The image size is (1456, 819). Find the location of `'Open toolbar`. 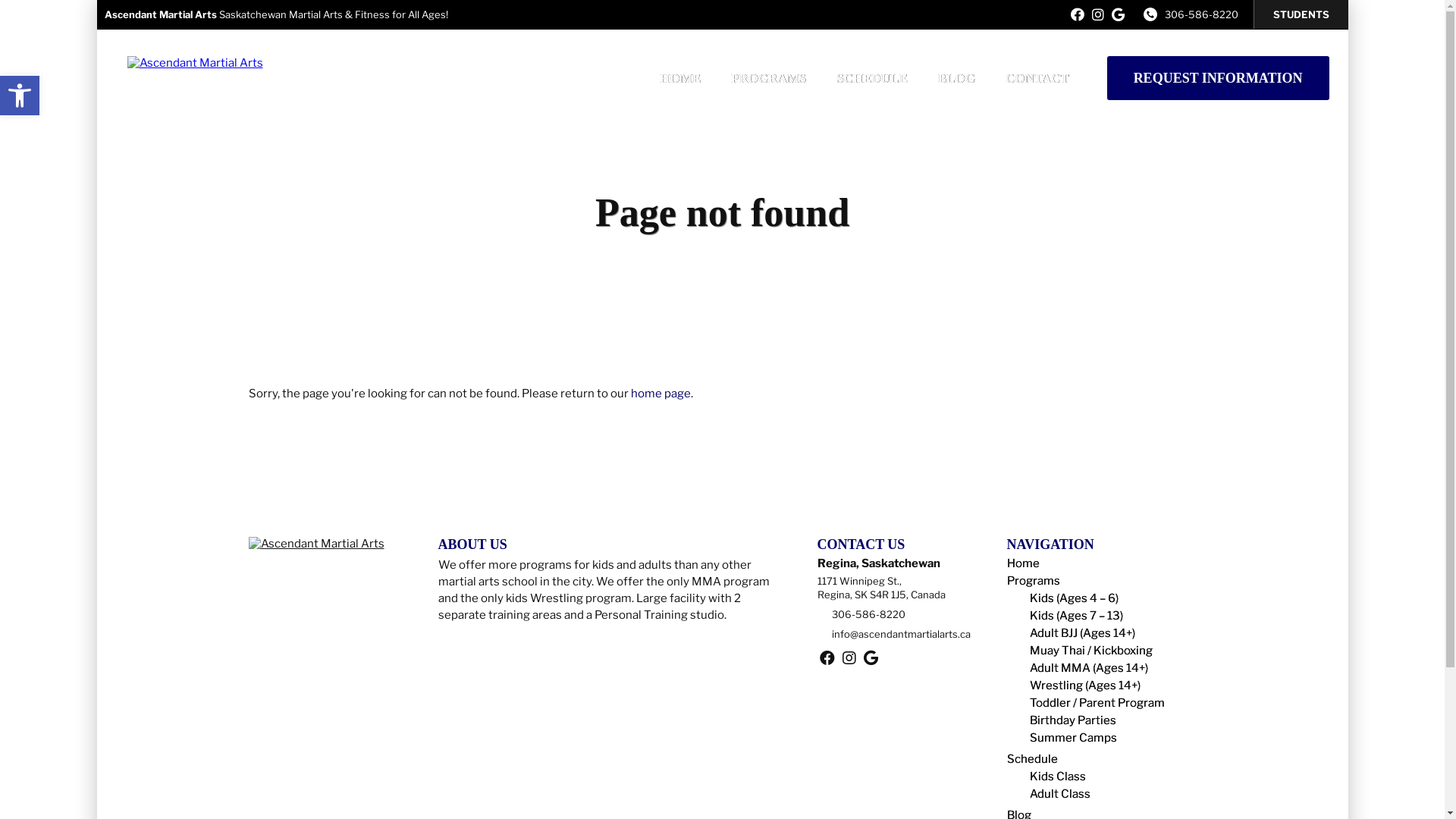

'Open toolbar is located at coordinates (19, 96).